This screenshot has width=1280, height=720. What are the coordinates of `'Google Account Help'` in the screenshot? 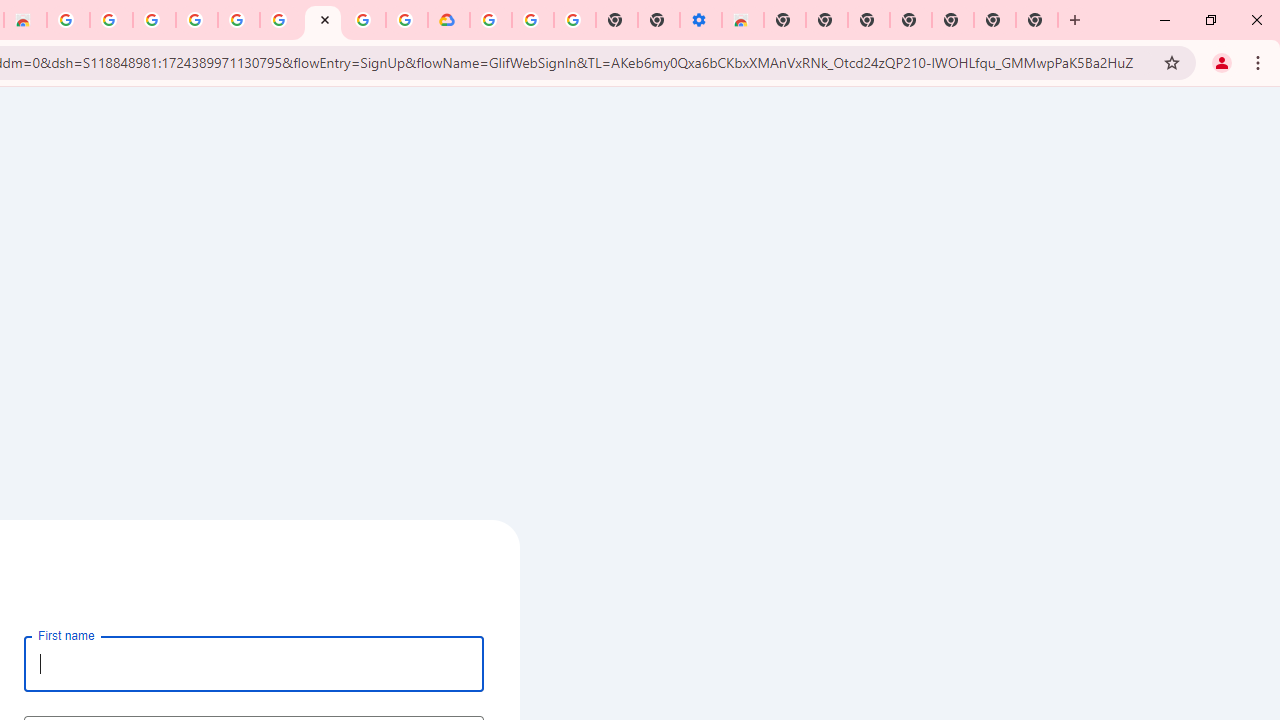 It's located at (533, 20).